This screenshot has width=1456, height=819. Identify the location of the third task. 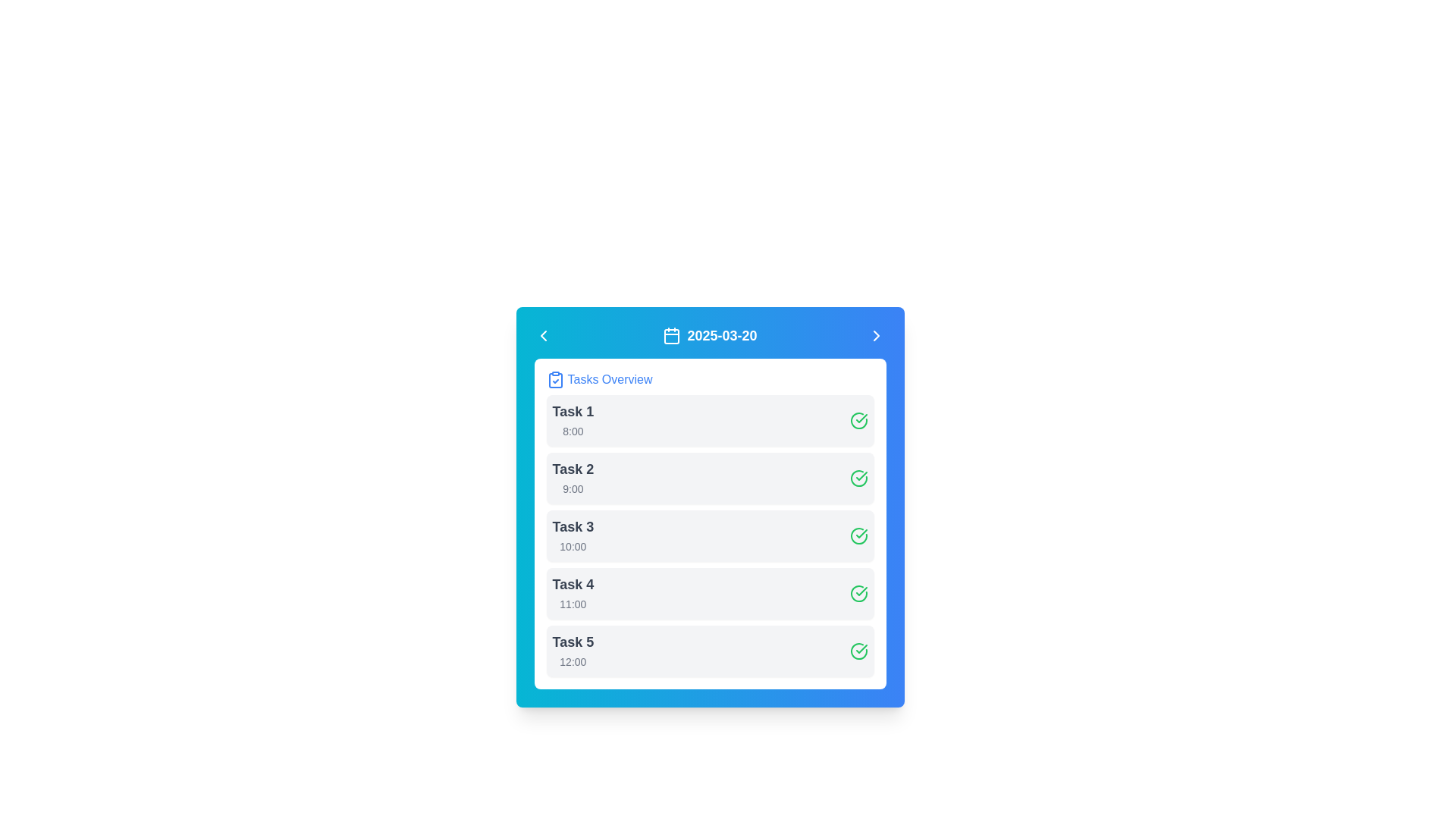
(709, 522).